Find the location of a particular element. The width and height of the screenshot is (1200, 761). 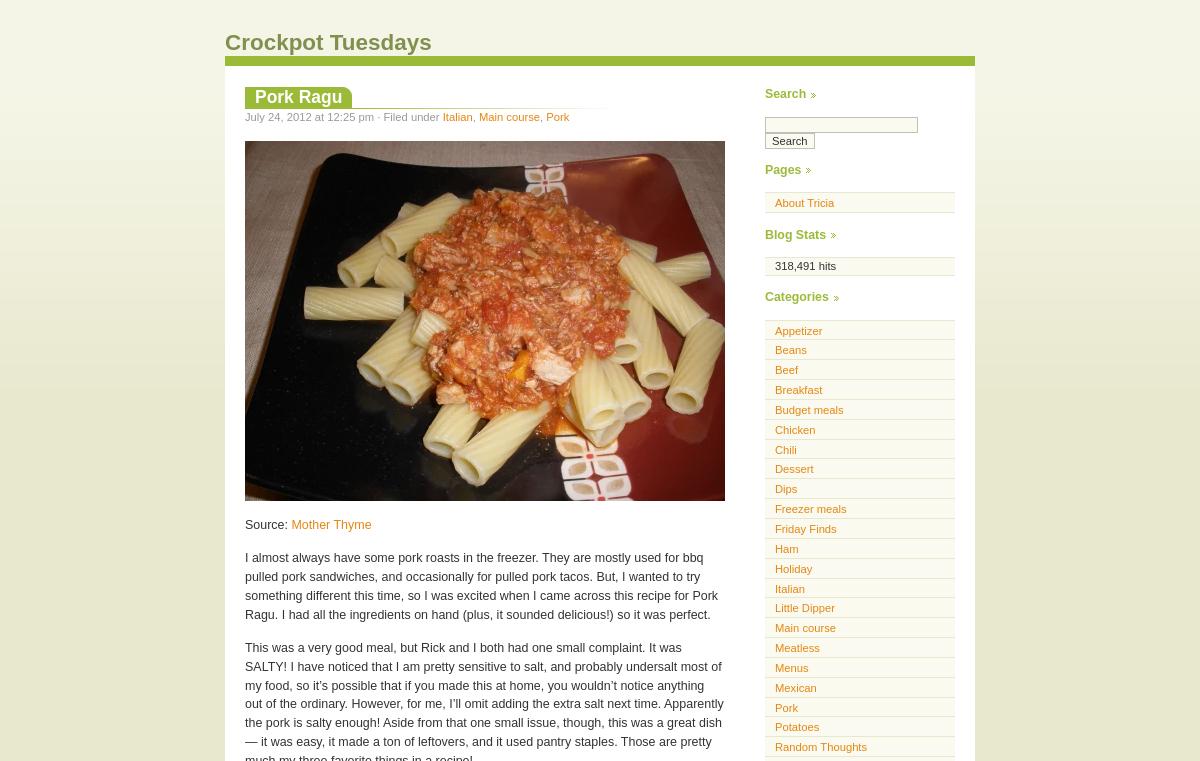

'Breakfast' is located at coordinates (797, 390).